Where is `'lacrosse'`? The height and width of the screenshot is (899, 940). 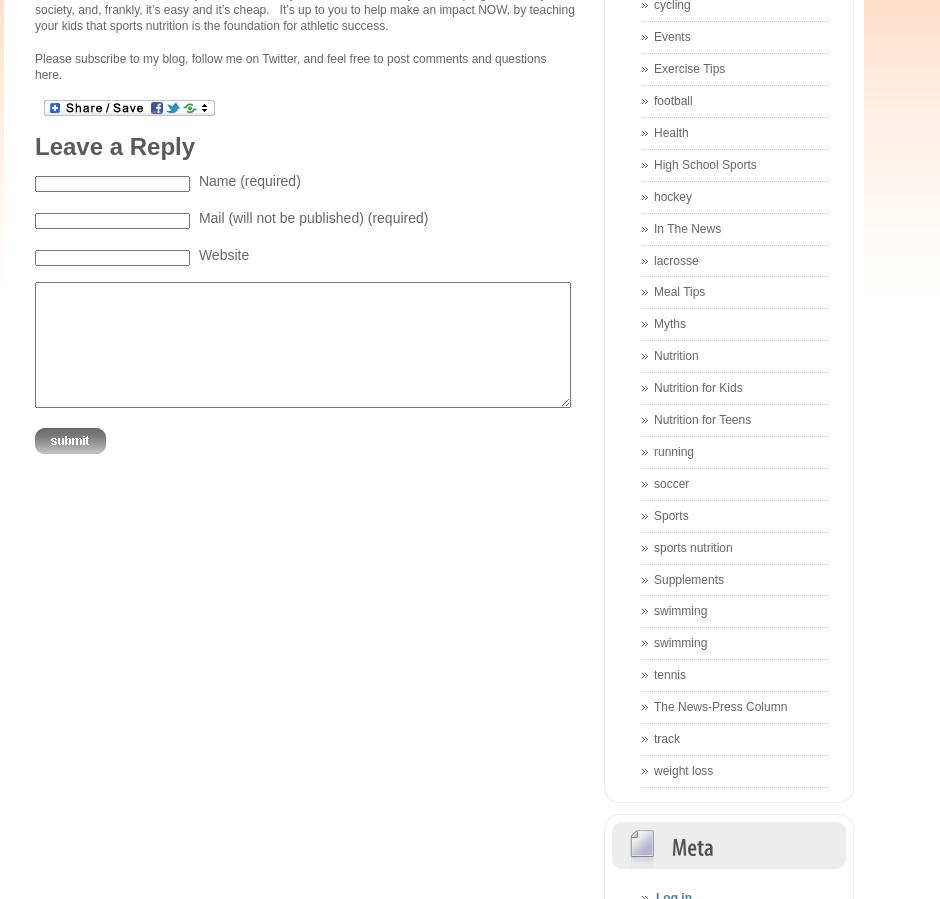 'lacrosse' is located at coordinates (674, 259).